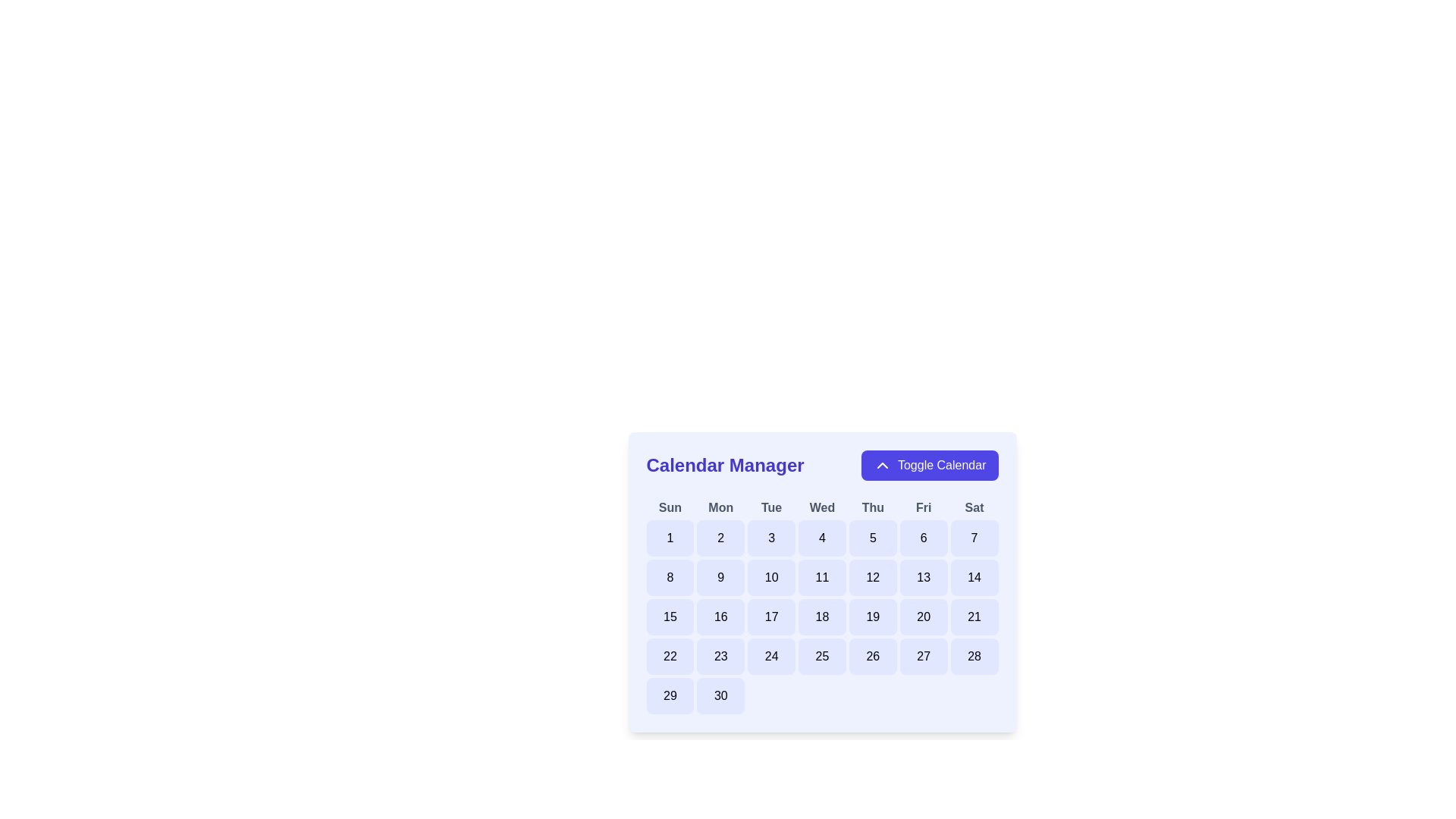 The height and width of the screenshot is (819, 1456). Describe the element at coordinates (929, 464) in the screenshot. I see `the 'Toggle Calendar' button with a purple background and upward-pointing chevron icon` at that location.